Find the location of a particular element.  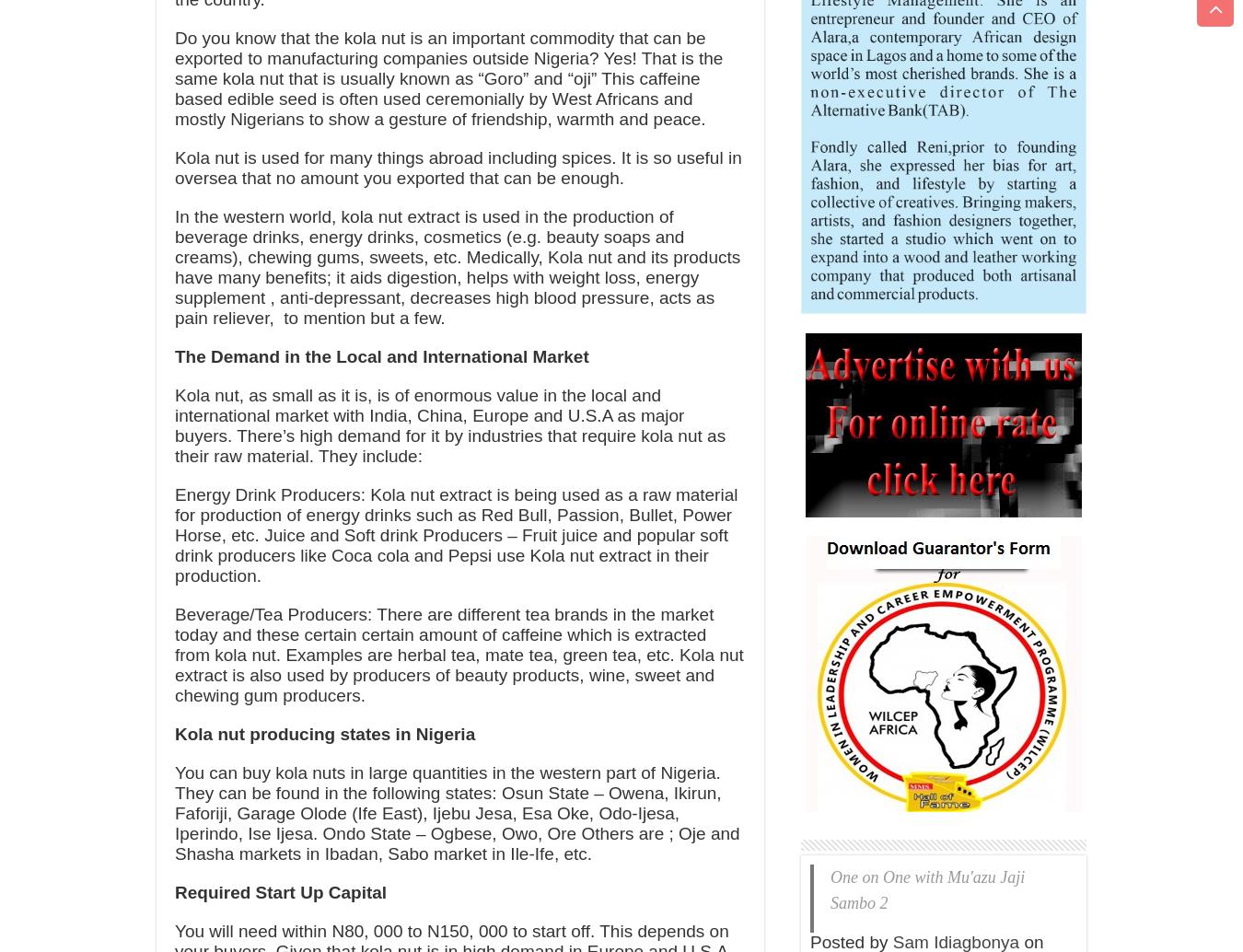

'You can buy kola nuts in large quantities in the western part of Nigeria. They can be found in the following states: Osun State – Owena, Ikirun, Faforiji, Garage Olode (Ife East), Ijebu Jesa, Esa Oke, Odo-Ijesa, Iperindo, Ise Ijesa. Ondo State – Ogbese, Owo, Ore Others are ; Oje and Shasha markets in Ibadan, Sabo market in Ile-Ife, etc.' is located at coordinates (174, 812).